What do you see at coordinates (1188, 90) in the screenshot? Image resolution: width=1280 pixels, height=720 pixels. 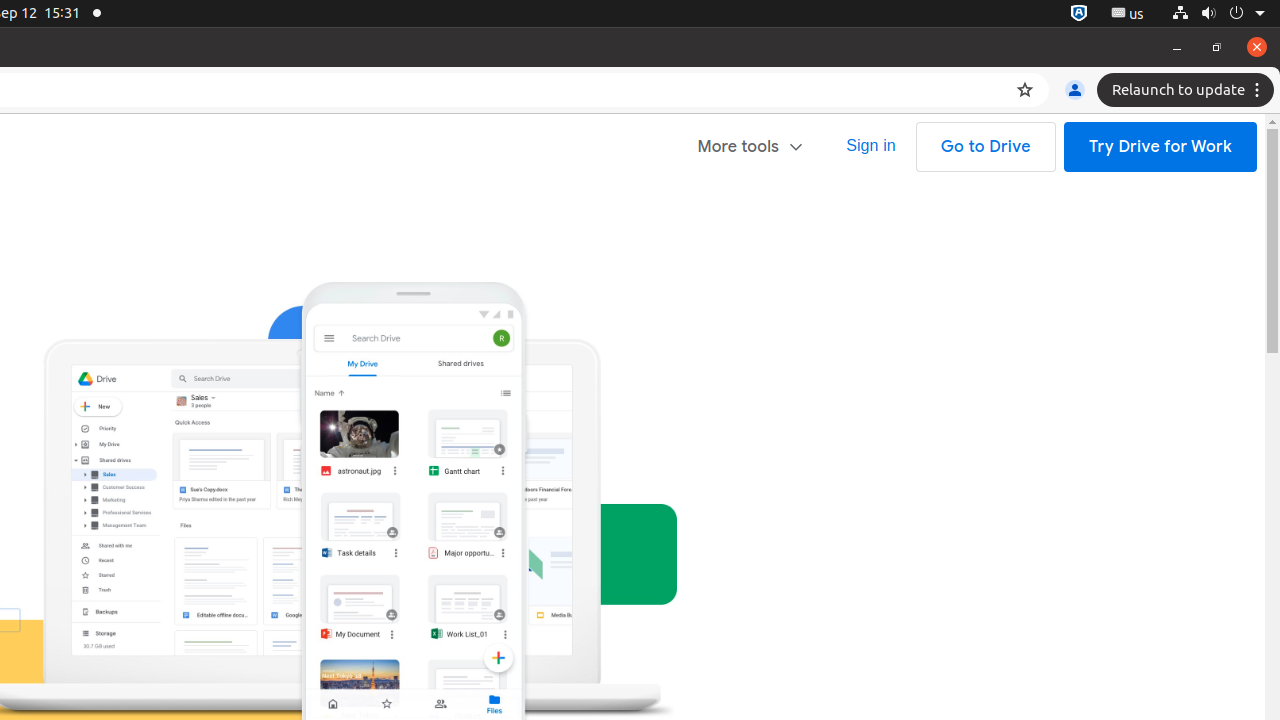 I see `'Relaunch to update'` at bounding box center [1188, 90].